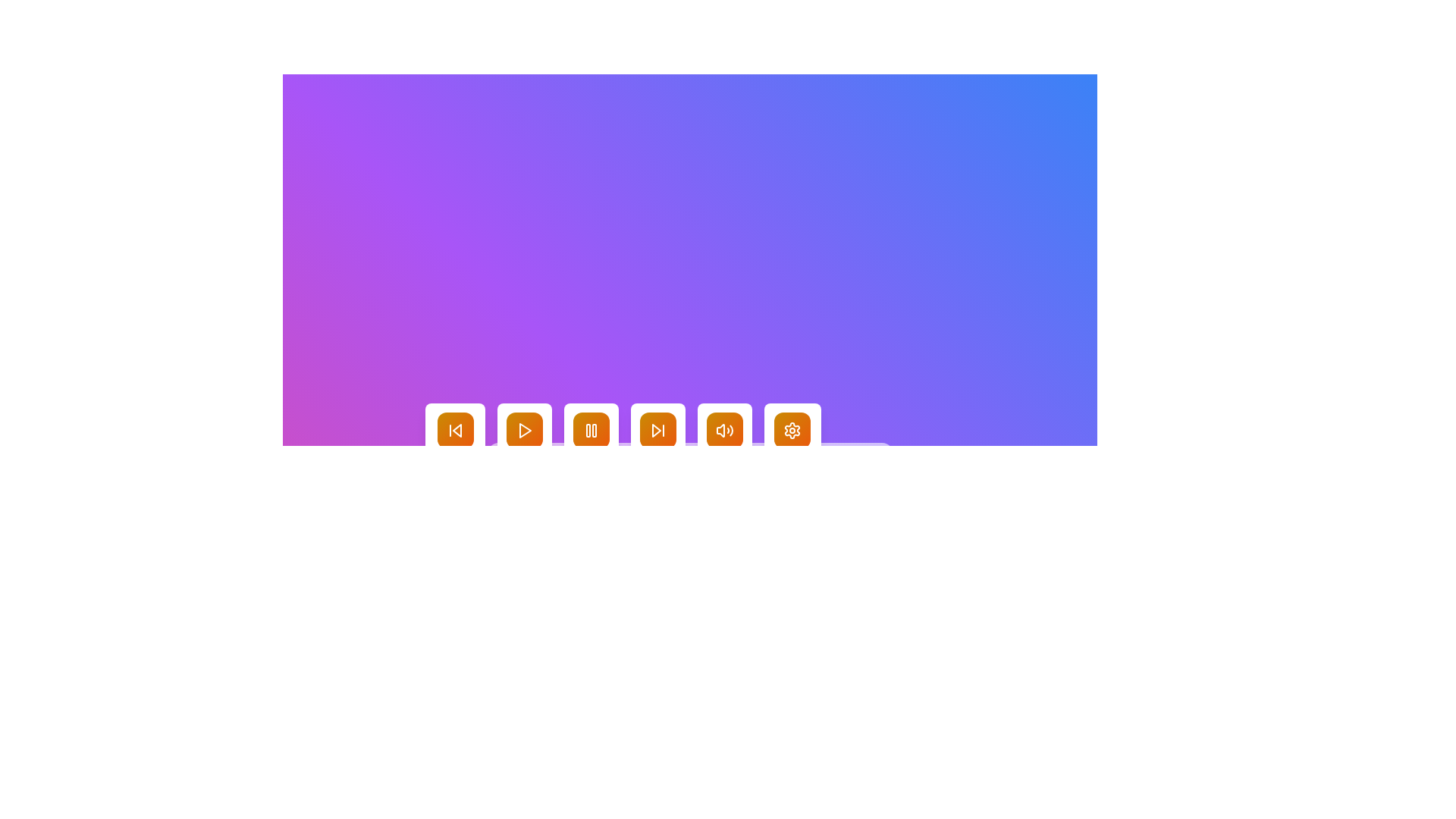 Image resolution: width=1456 pixels, height=819 pixels. I want to click on the orange triangular play button in the media player controls, so click(525, 430).